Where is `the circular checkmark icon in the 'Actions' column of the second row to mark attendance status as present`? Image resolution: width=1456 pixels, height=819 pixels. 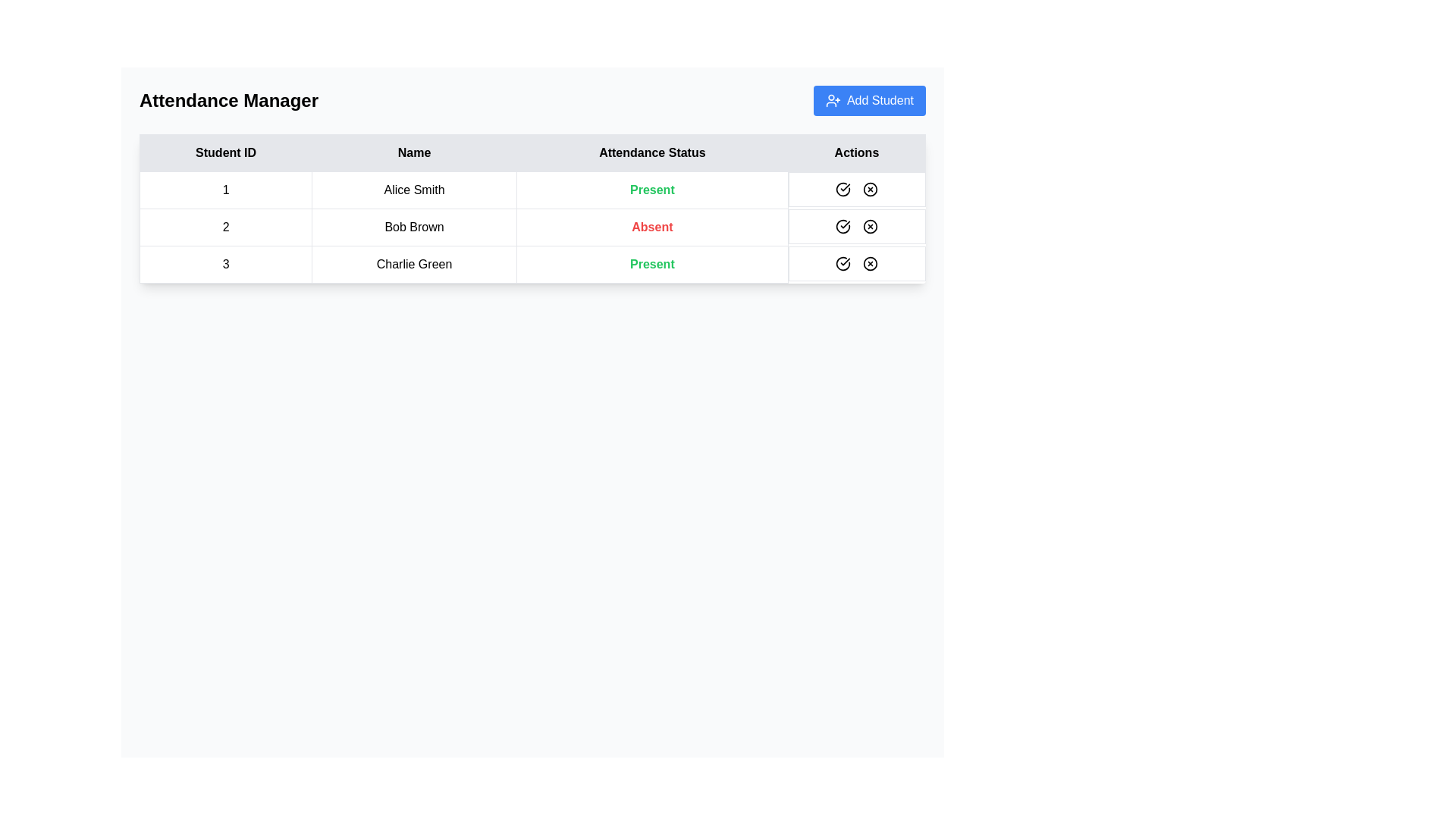
the circular checkmark icon in the 'Actions' column of the second row to mark attendance status as present is located at coordinates (843, 226).